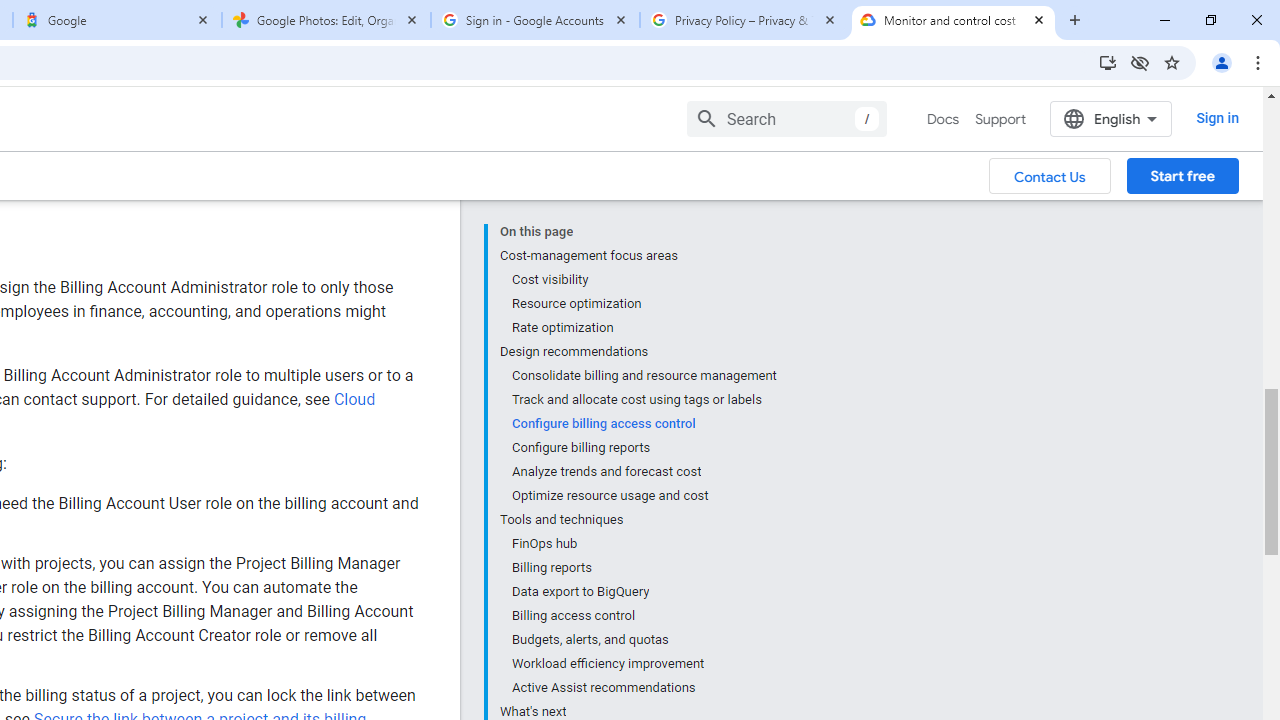 The width and height of the screenshot is (1280, 720). I want to click on 'Cost-management focus areas', so click(637, 254).